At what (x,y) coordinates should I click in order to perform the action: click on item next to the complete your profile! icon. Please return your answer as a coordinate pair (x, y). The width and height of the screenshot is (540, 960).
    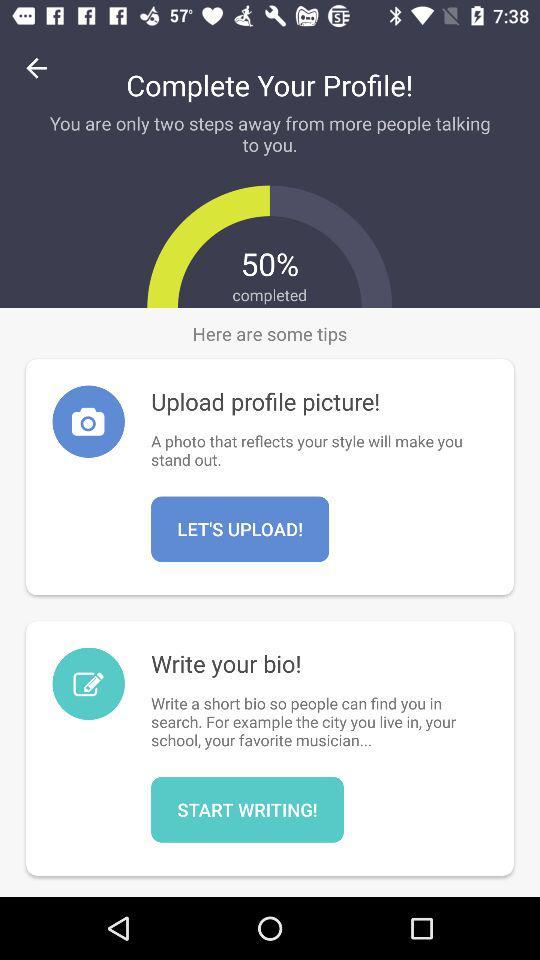
    Looking at the image, I should click on (36, 68).